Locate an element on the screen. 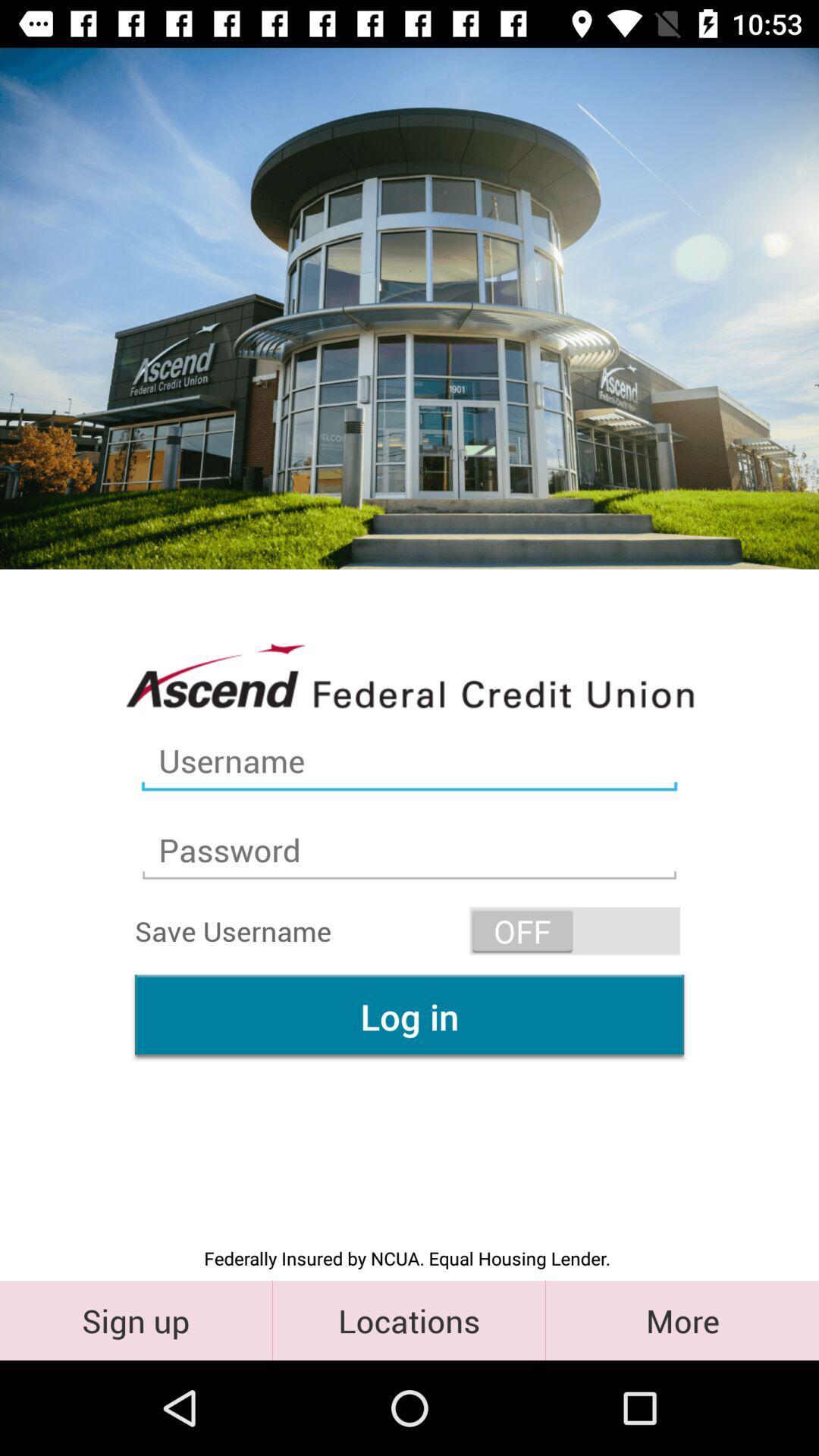  more at the bottom right corner is located at coordinates (681, 1319).